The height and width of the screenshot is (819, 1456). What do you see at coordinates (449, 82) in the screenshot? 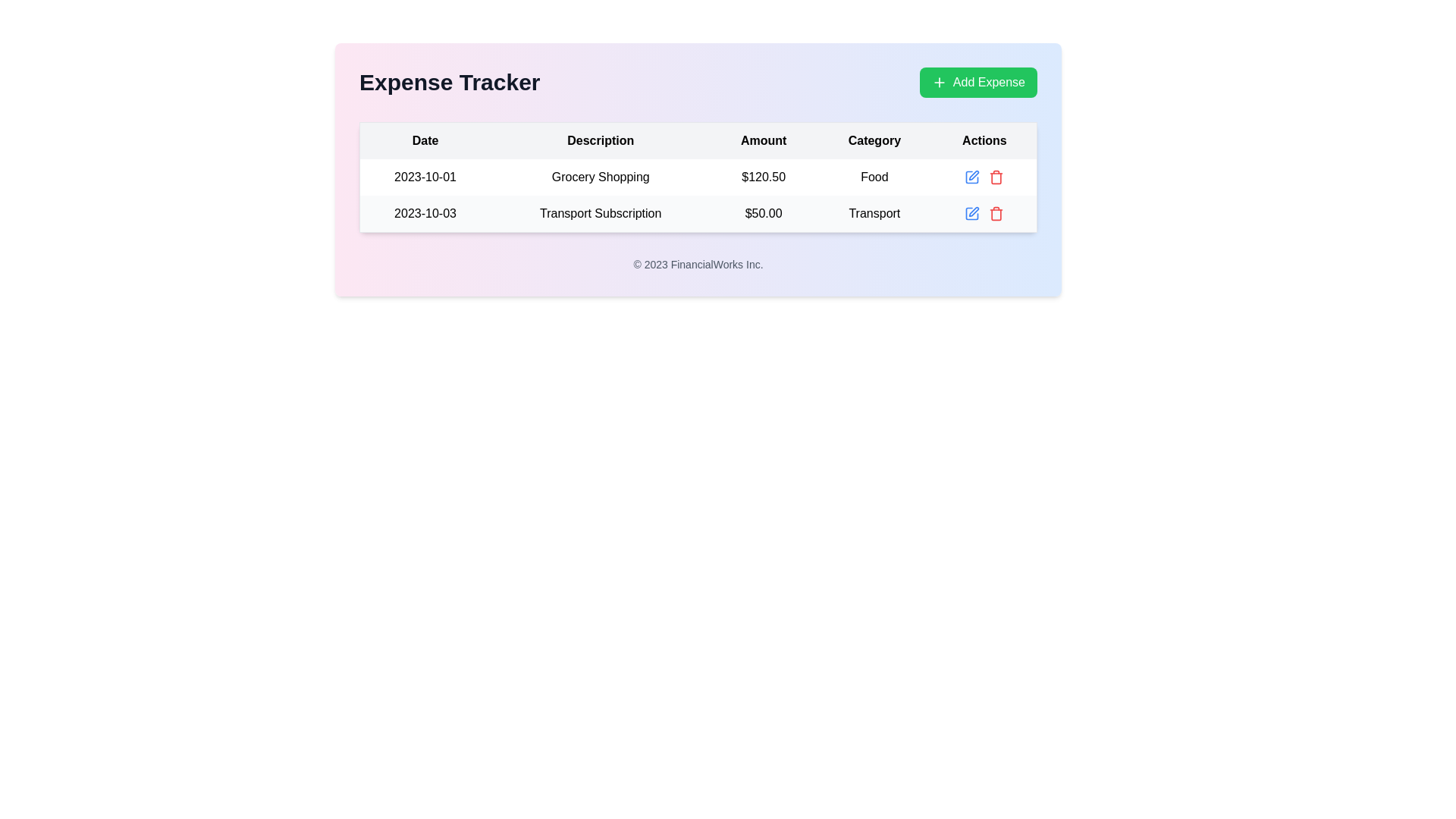
I see `the 'Expense Tracker' text label located at the top-left area of the interface, which displays the text in a large, bold sans-serif font styled in dark gray` at bounding box center [449, 82].